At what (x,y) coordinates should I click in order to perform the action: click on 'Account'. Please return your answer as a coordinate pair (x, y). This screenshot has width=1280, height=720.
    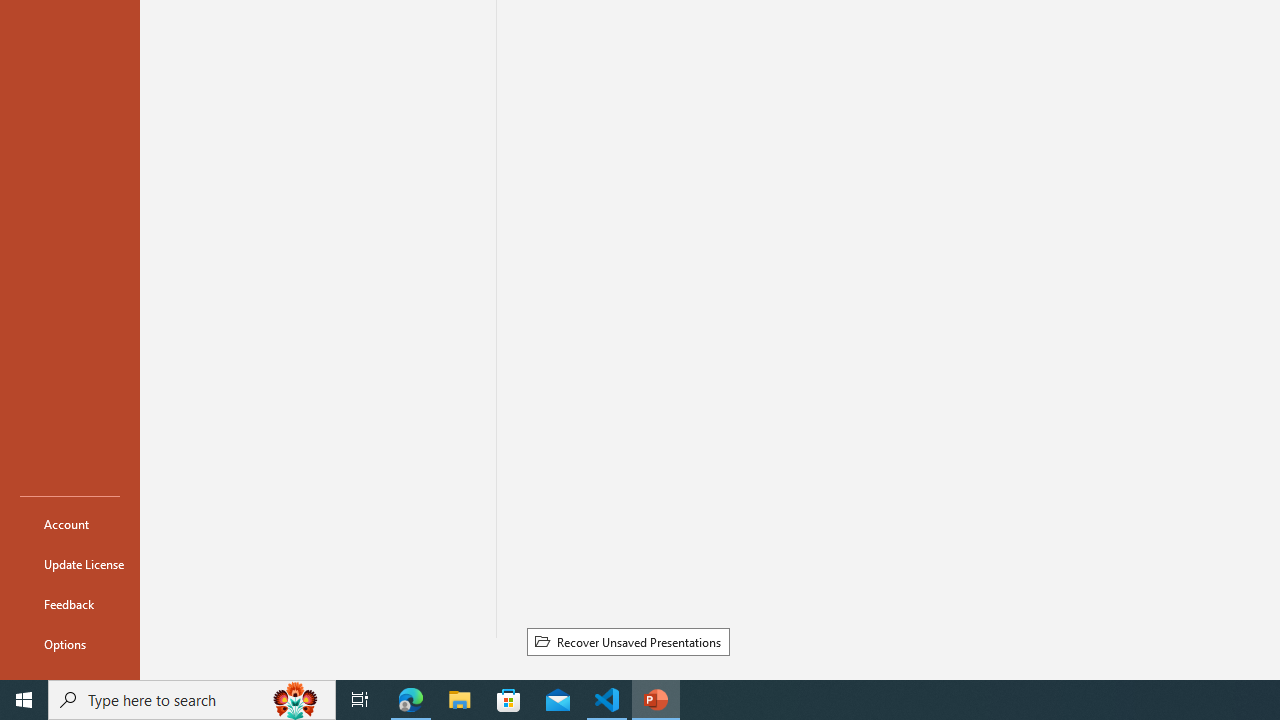
    Looking at the image, I should click on (69, 523).